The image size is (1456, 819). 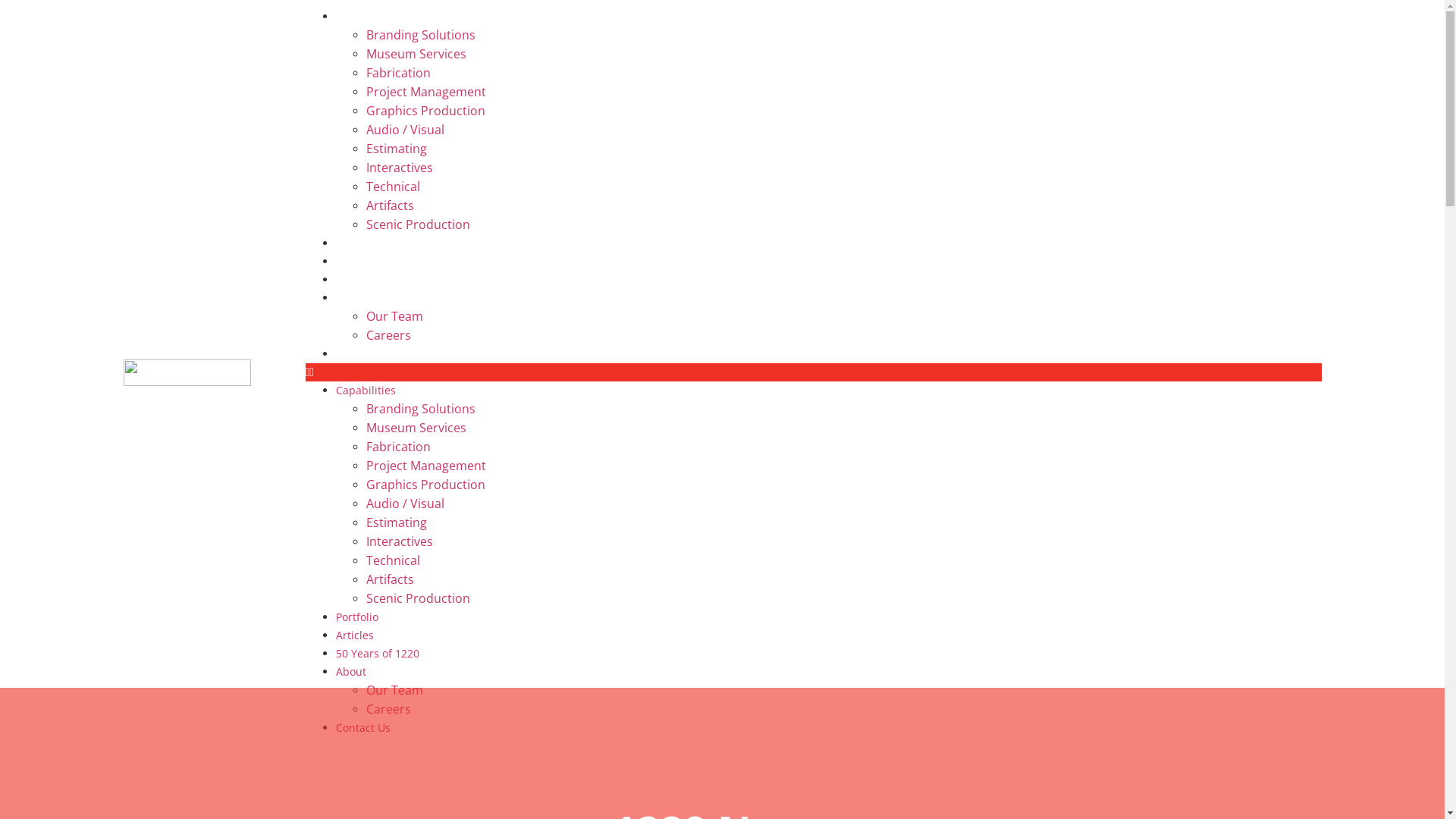 What do you see at coordinates (365, 34) in the screenshot?
I see `'Branding Solutions'` at bounding box center [365, 34].